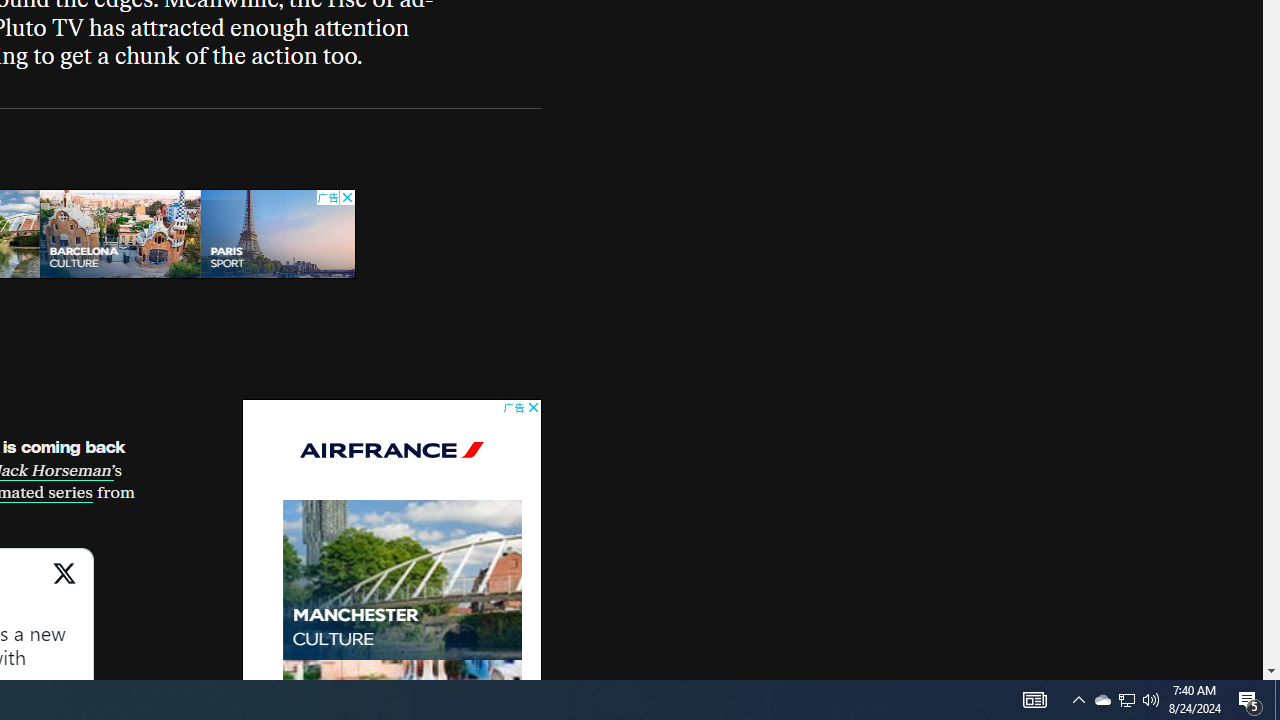 The image size is (1280, 720). I want to click on 'View on X', so click(64, 584).